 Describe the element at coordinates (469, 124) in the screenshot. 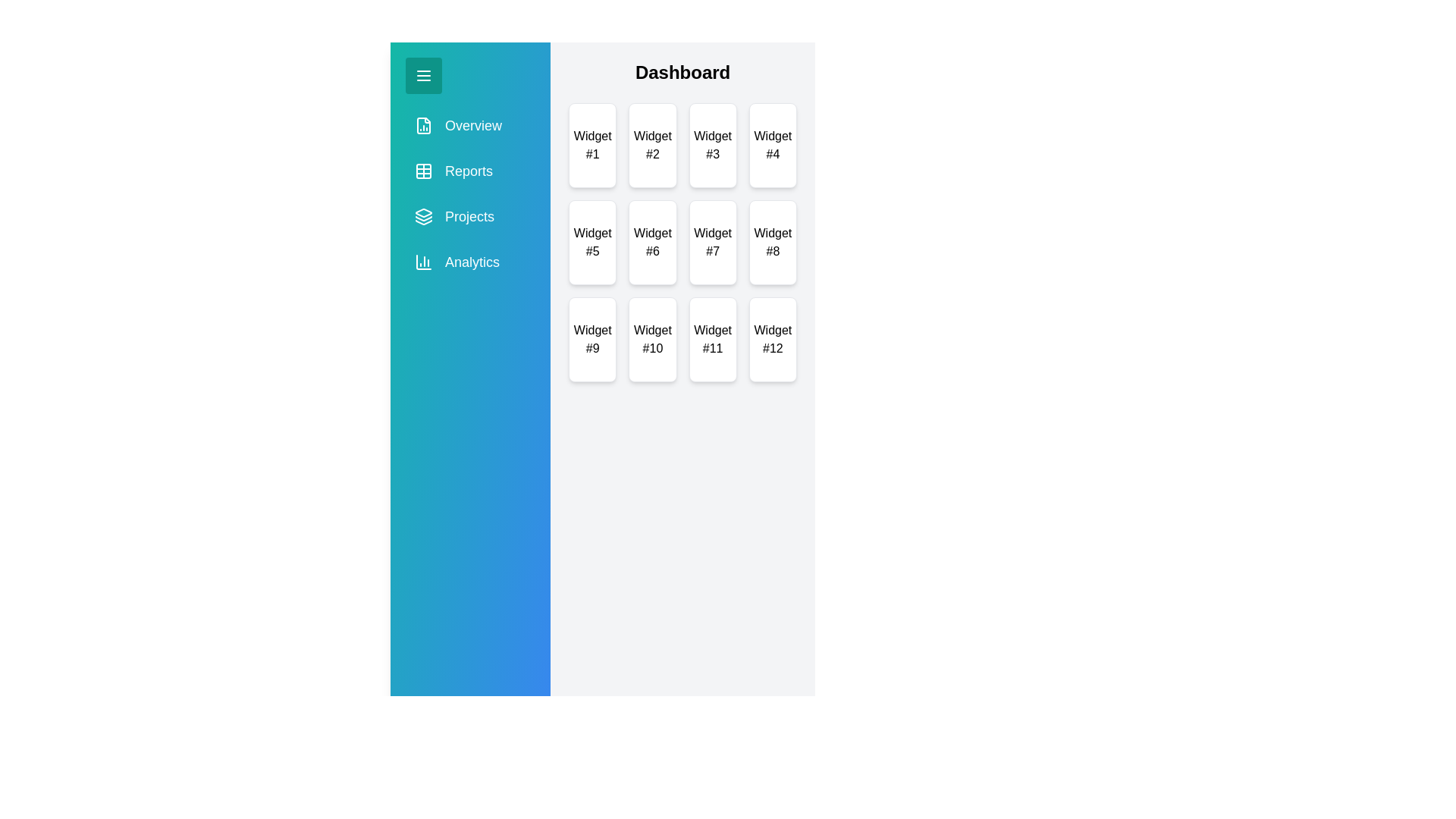

I see `the menu item labeled Overview in the sidebar` at that location.